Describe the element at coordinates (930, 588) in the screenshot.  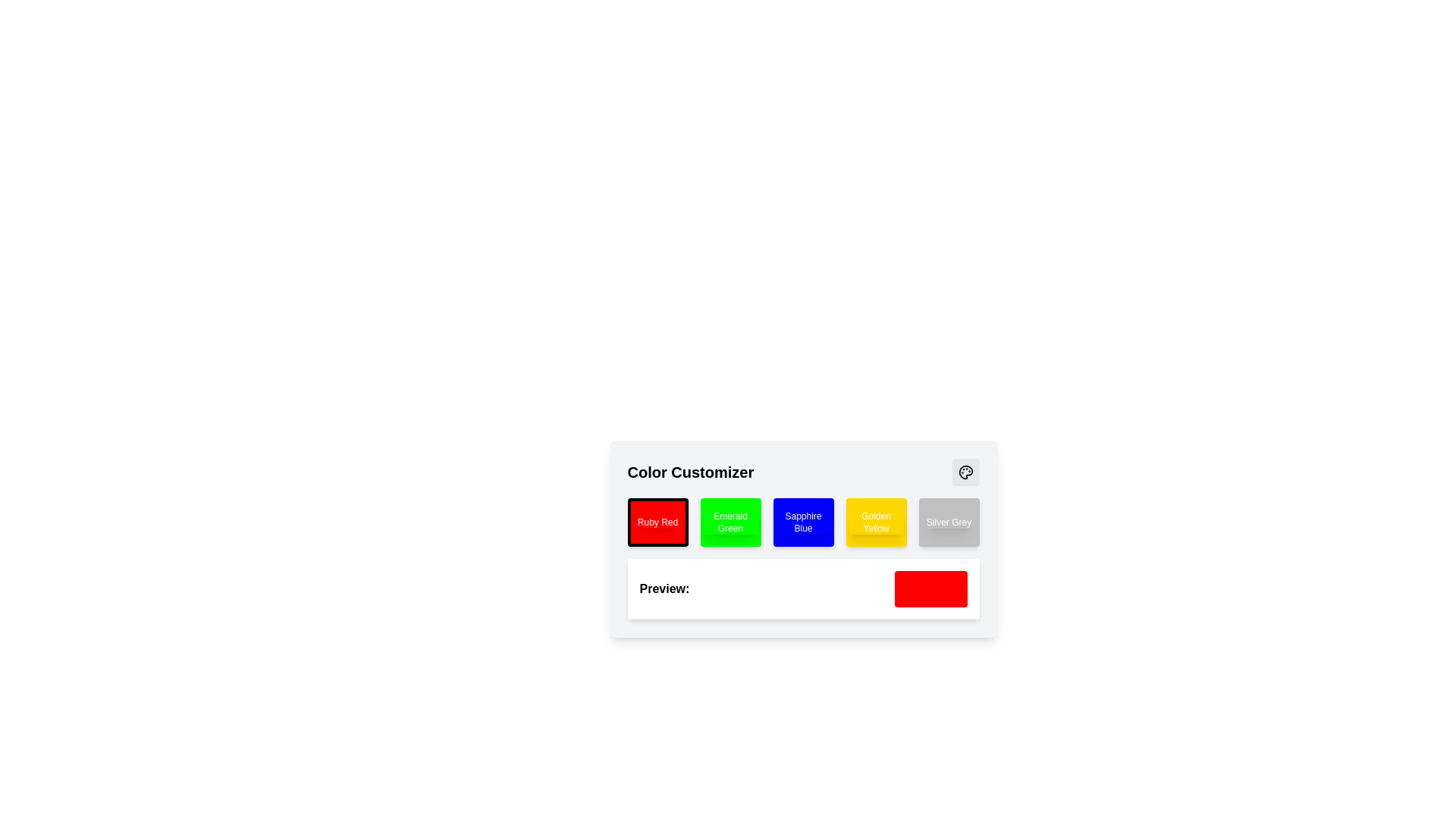
I see `the Color Display element that visually represents the currently selected color, which is 'red', located to the right of the 'Preview:' label in the bottom section of the card-like interface` at that location.